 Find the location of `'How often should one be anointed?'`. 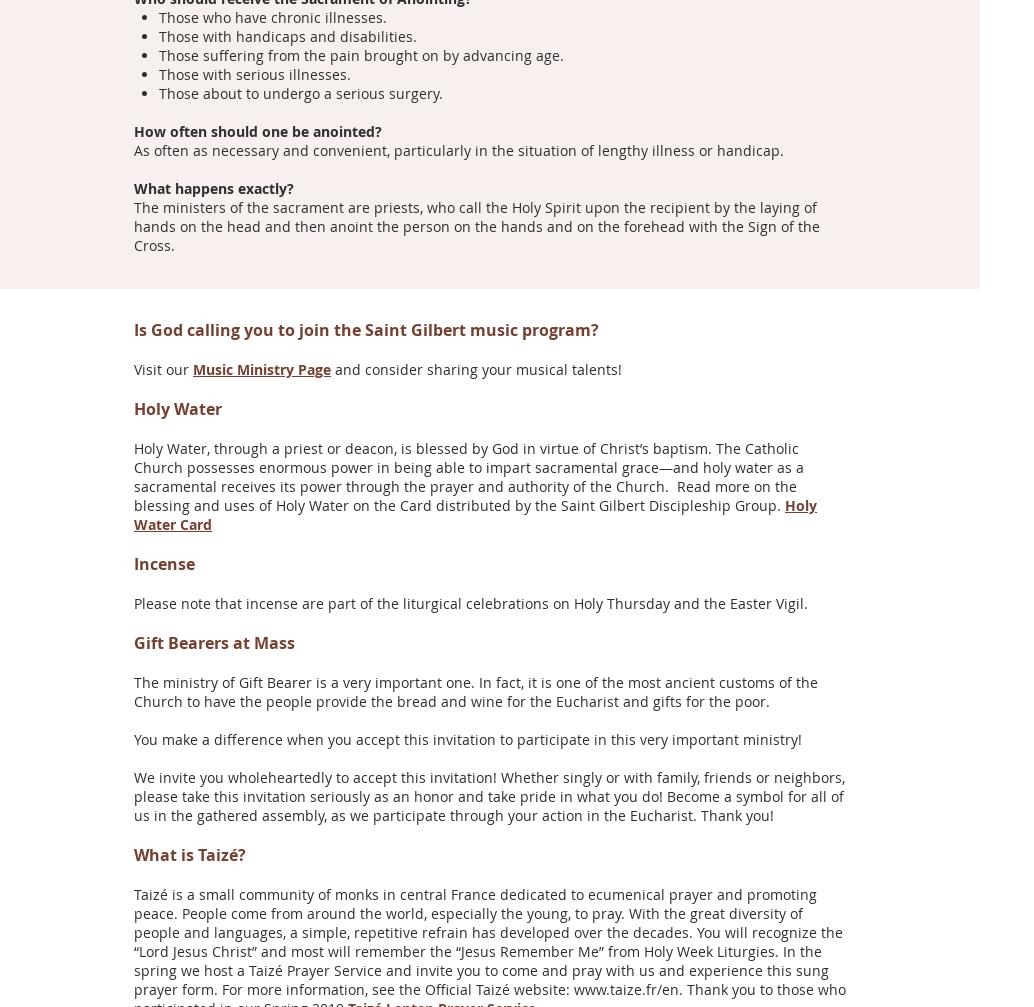

'How often should one be anointed?' is located at coordinates (257, 130).